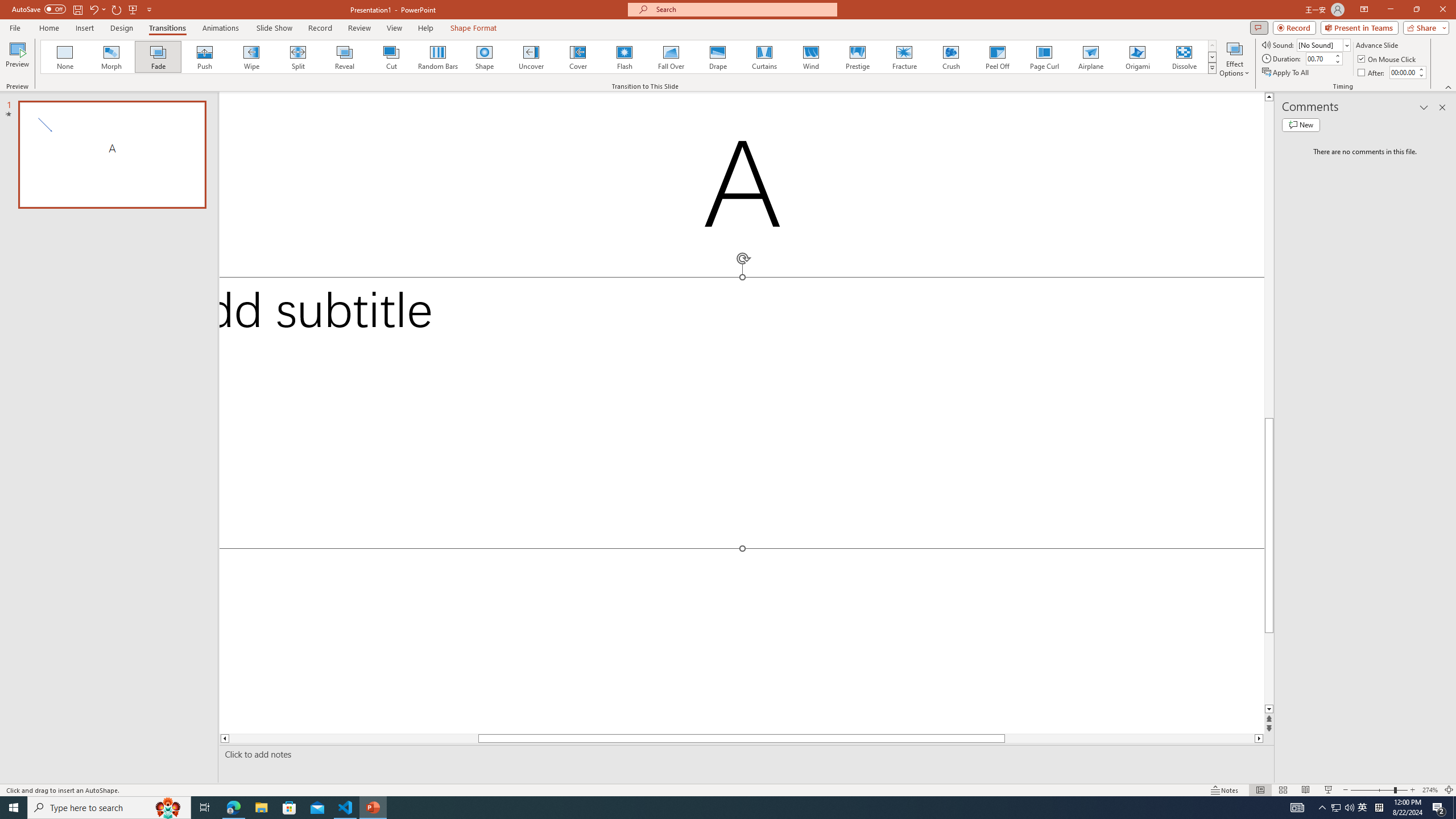  I want to click on 'Prestige', so click(857, 56).